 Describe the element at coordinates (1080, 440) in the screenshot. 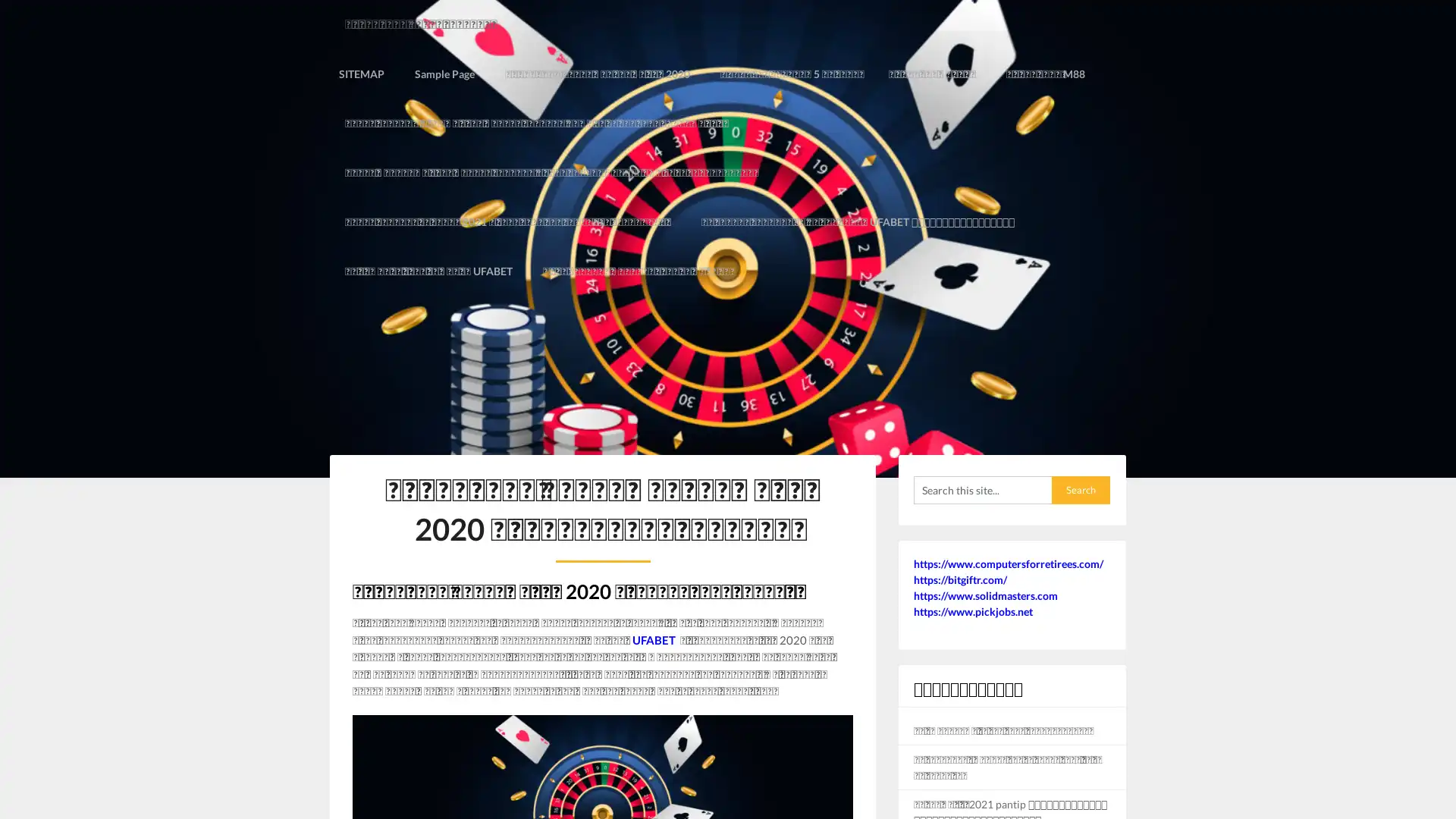

I see `Search` at that location.